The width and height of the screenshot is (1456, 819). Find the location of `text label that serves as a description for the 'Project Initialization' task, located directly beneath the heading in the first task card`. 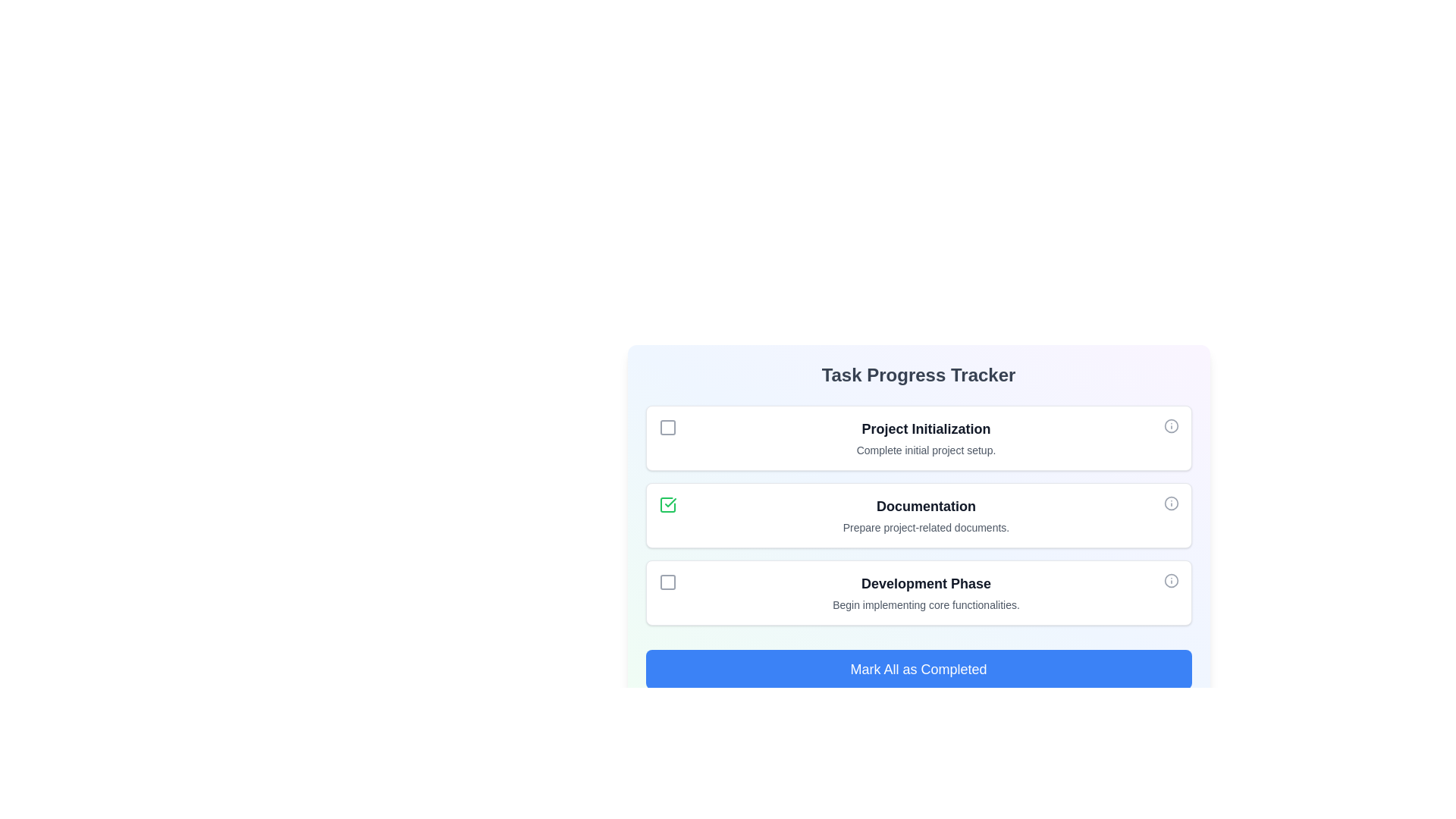

text label that serves as a description for the 'Project Initialization' task, located directly beneath the heading in the first task card is located at coordinates (925, 450).